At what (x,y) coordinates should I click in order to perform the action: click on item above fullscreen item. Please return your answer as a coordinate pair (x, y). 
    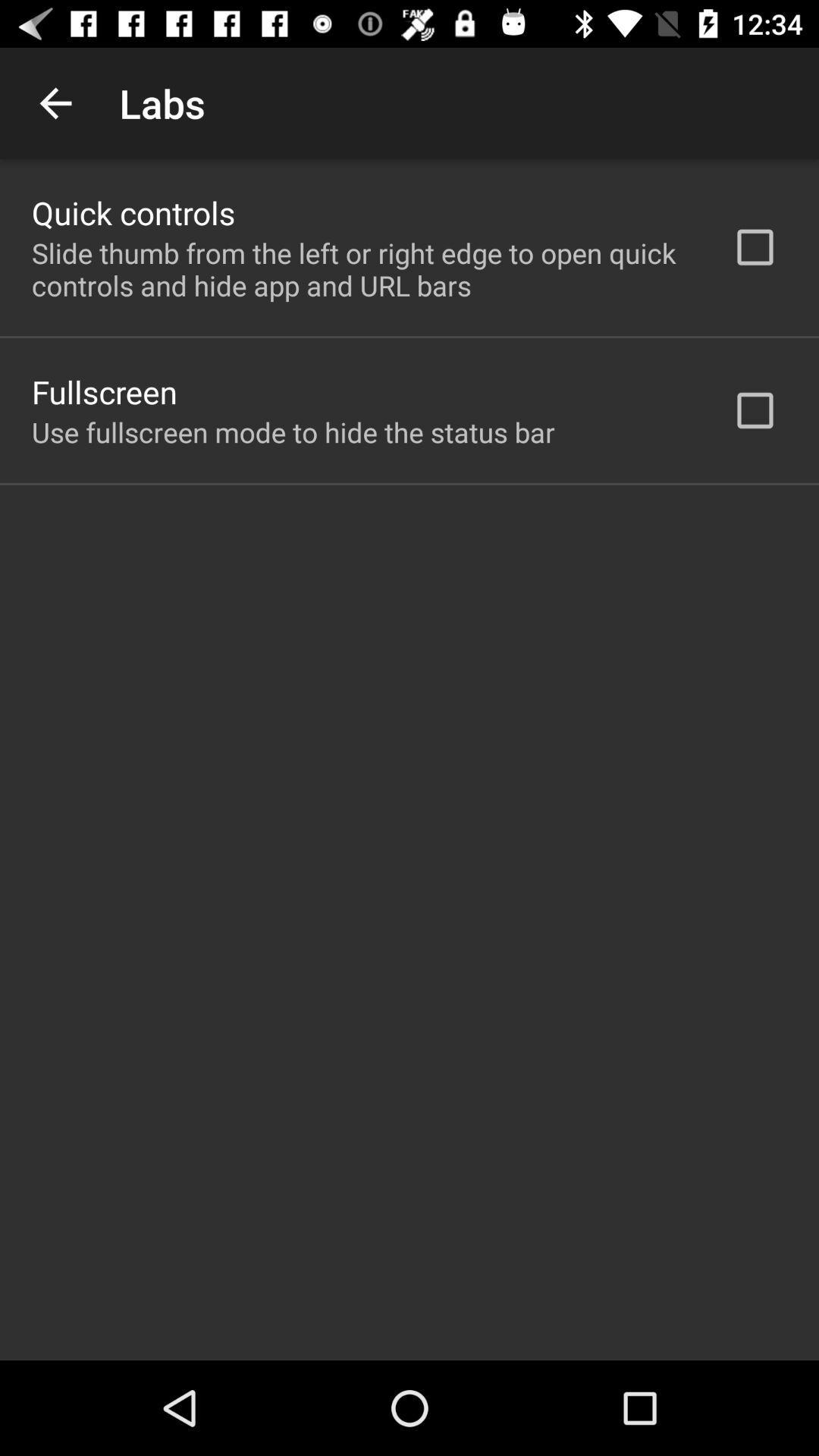
    Looking at the image, I should click on (362, 269).